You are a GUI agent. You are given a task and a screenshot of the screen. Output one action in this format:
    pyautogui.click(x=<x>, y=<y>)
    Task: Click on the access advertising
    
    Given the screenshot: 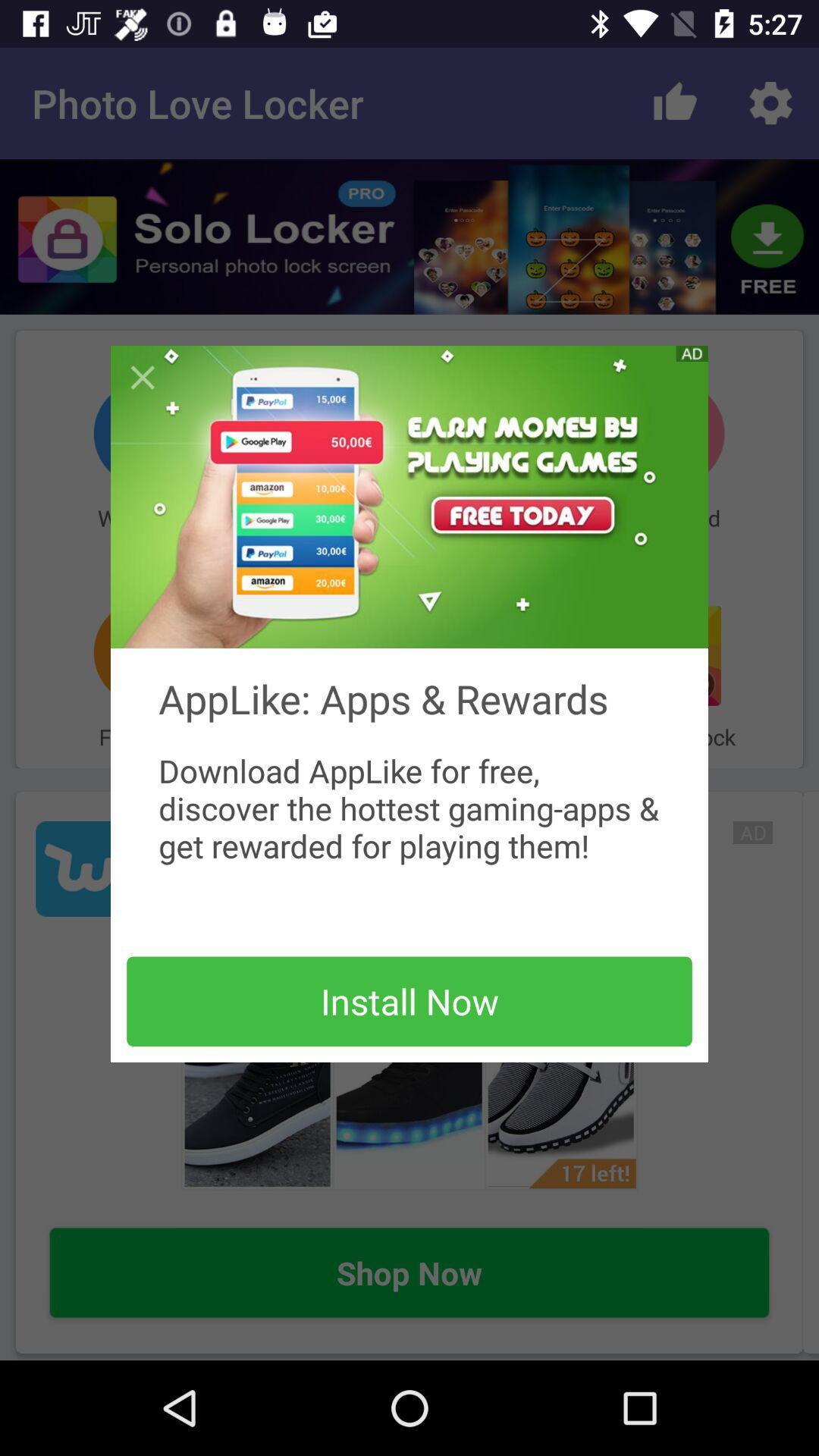 What is the action you would take?
    pyautogui.click(x=409, y=497)
    